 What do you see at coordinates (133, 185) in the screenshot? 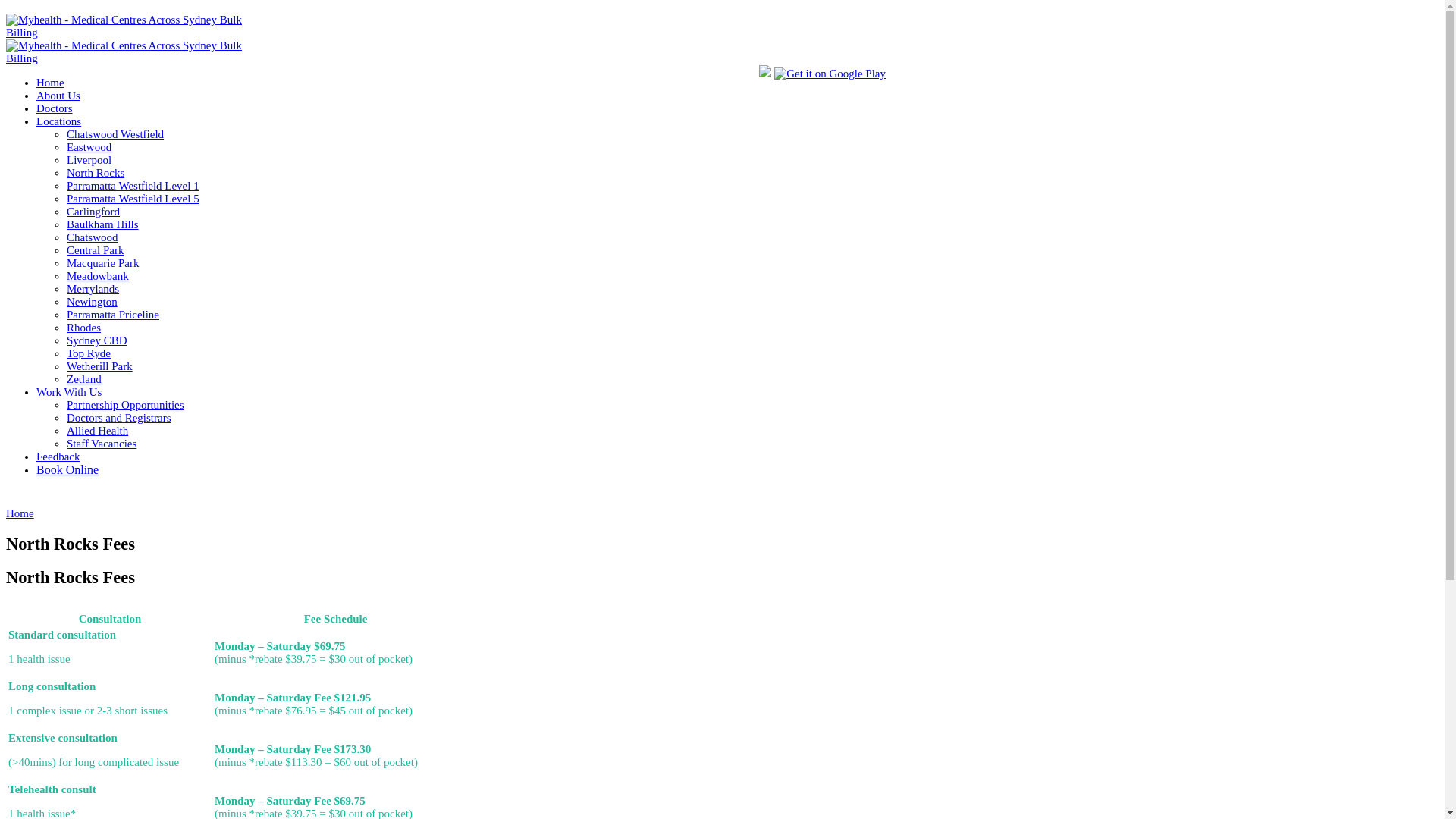
I see `'Parramatta Westfield Level 1'` at bounding box center [133, 185].